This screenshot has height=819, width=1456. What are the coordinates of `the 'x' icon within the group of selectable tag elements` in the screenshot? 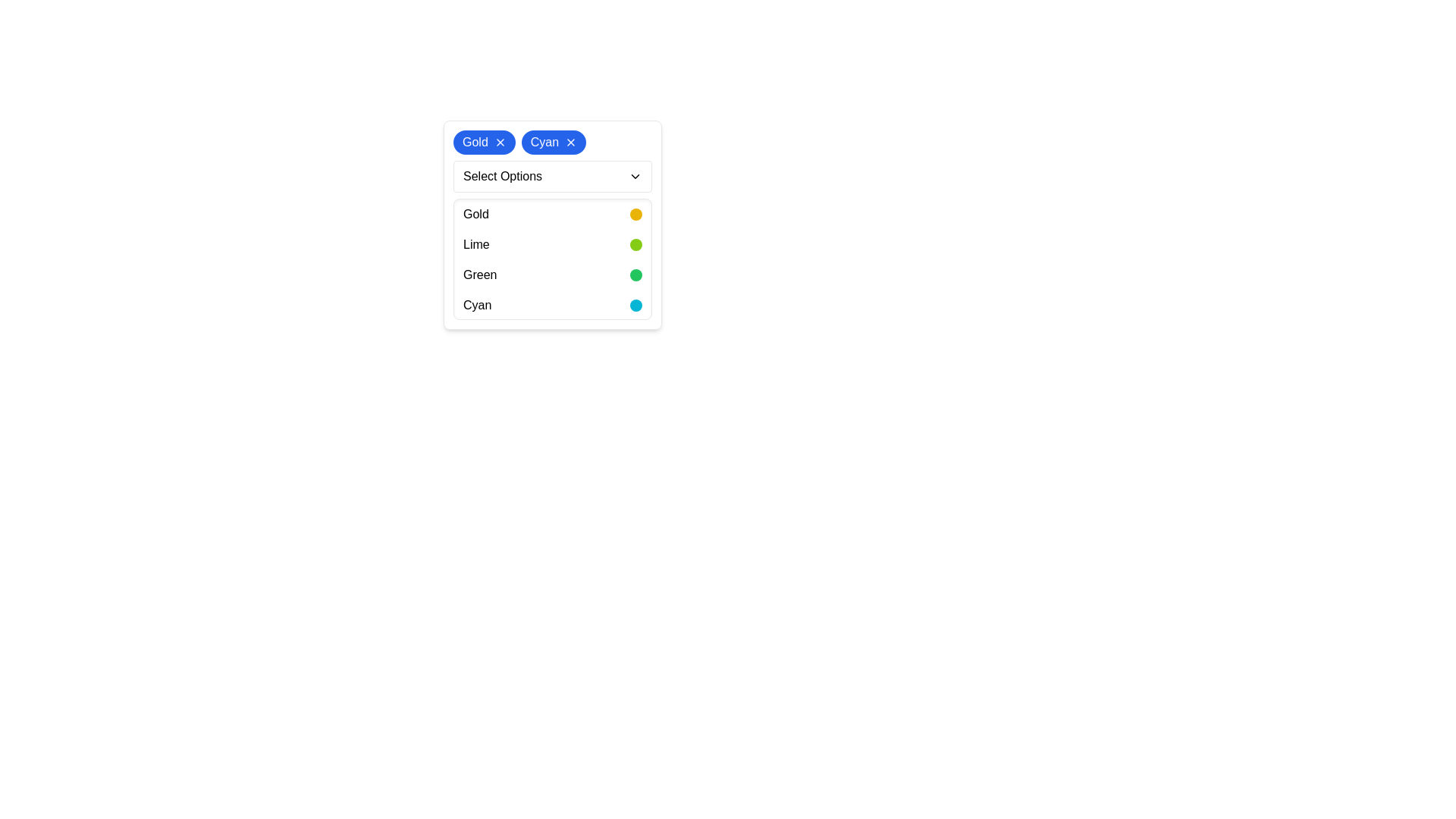 It's located at (552, 143).